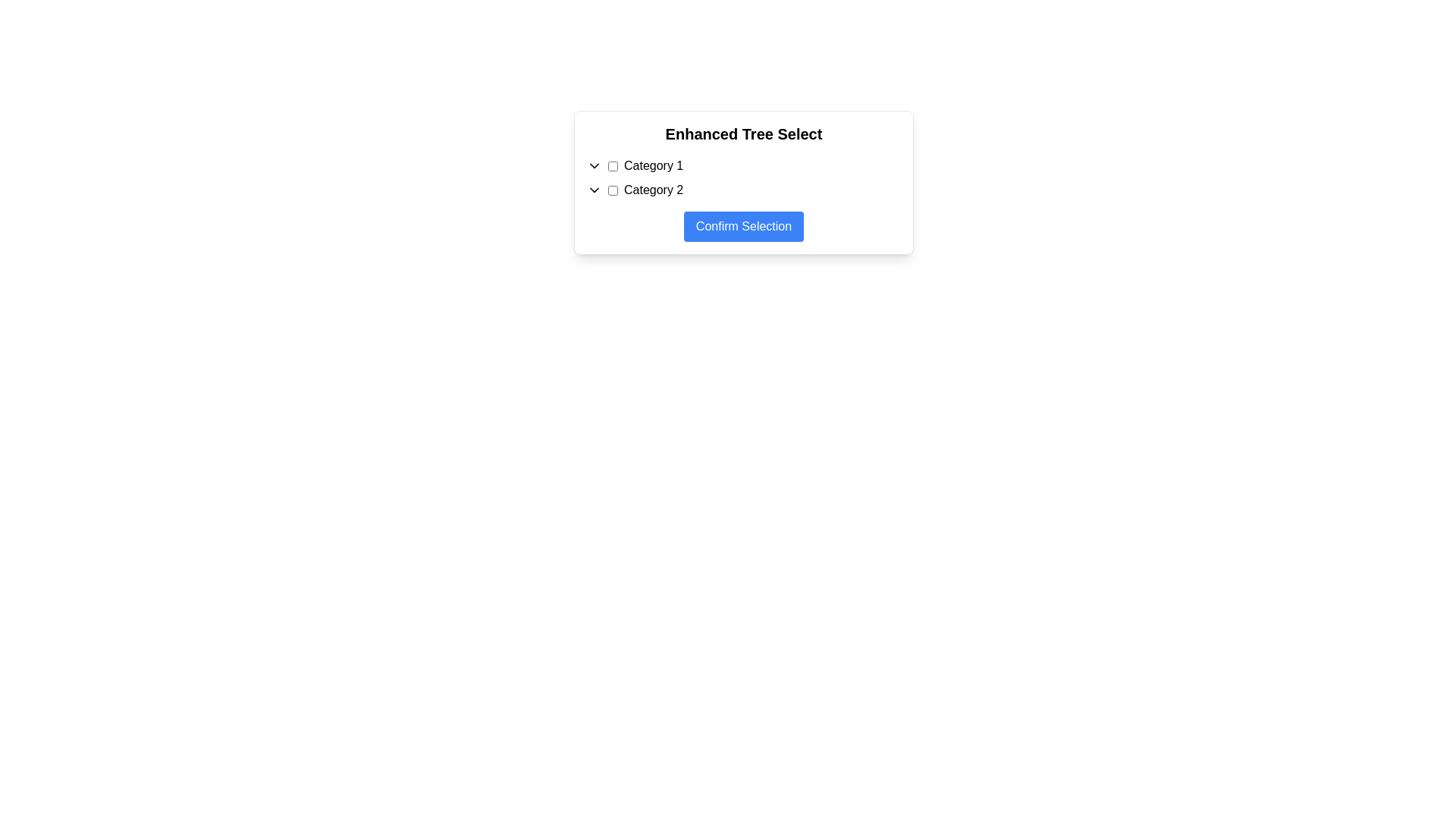  What do you see at coordinates (593, 189) in the screenshot?
I see `the downward chevron dropdown indicator located to the left of the 'Category 2' label` at bounding box center [593, 189].